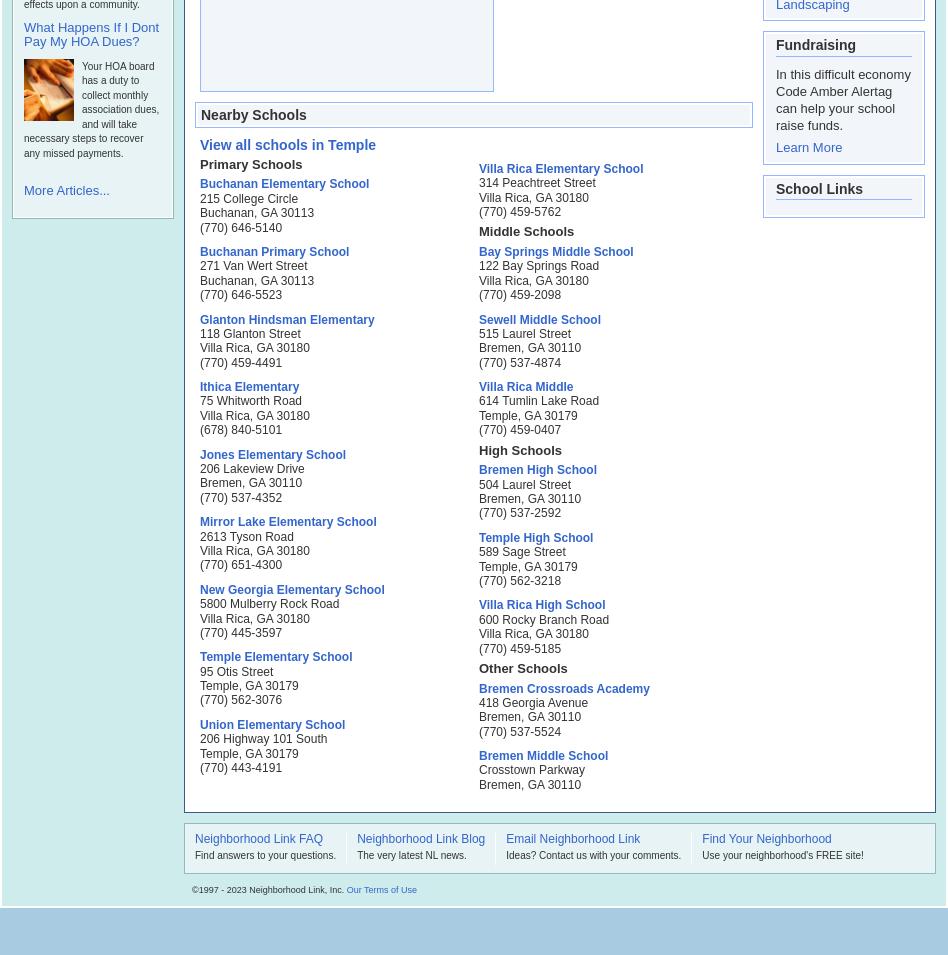 This screenshot has height=955, width=948. Describe the element at coordinates (543, 754) in the screenshot. I see `'Bremen Middle School'` at that location.